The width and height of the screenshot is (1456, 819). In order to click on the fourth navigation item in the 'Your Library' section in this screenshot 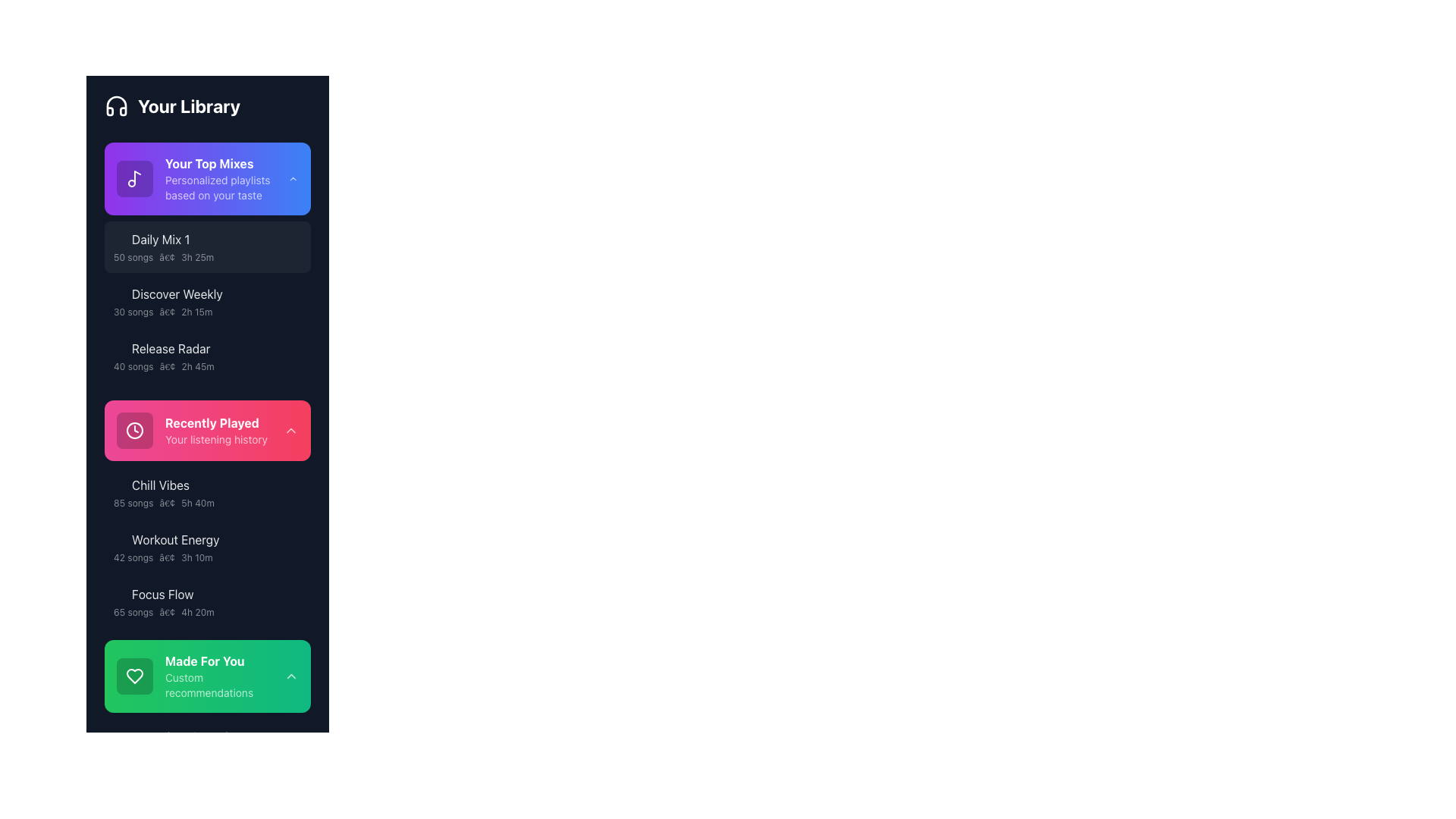, I will do `click(191, 430)`.